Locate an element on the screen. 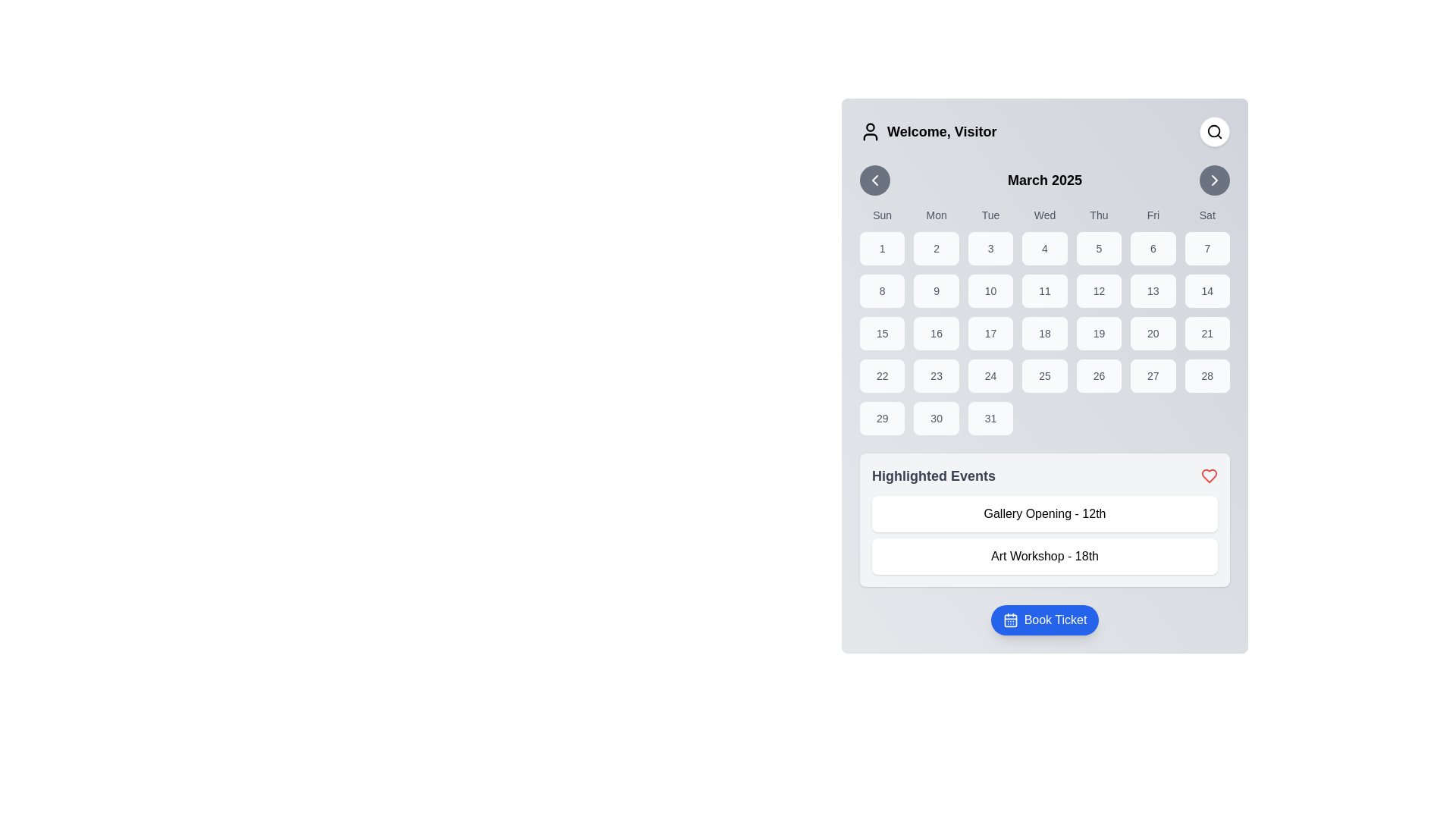  the button-like grid cell containing the numeral '30' in a bold sans-serif font is located at coordinates (935, 418).